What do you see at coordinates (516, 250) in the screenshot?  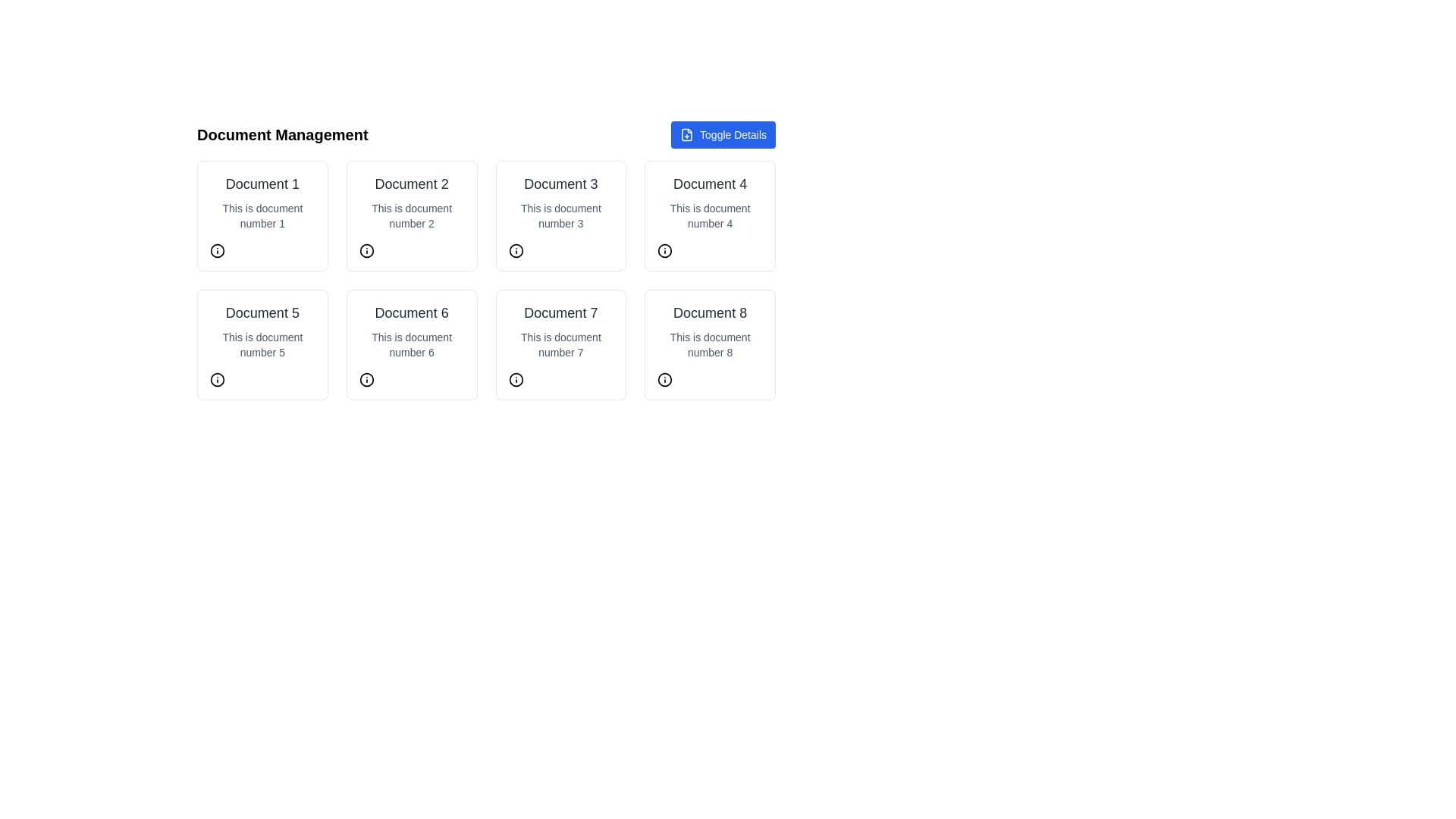 I see `the SVG Circle element with a black border located at the center of the 'Information' button on the 'Document 3' card` at bounding box center [516, 250].